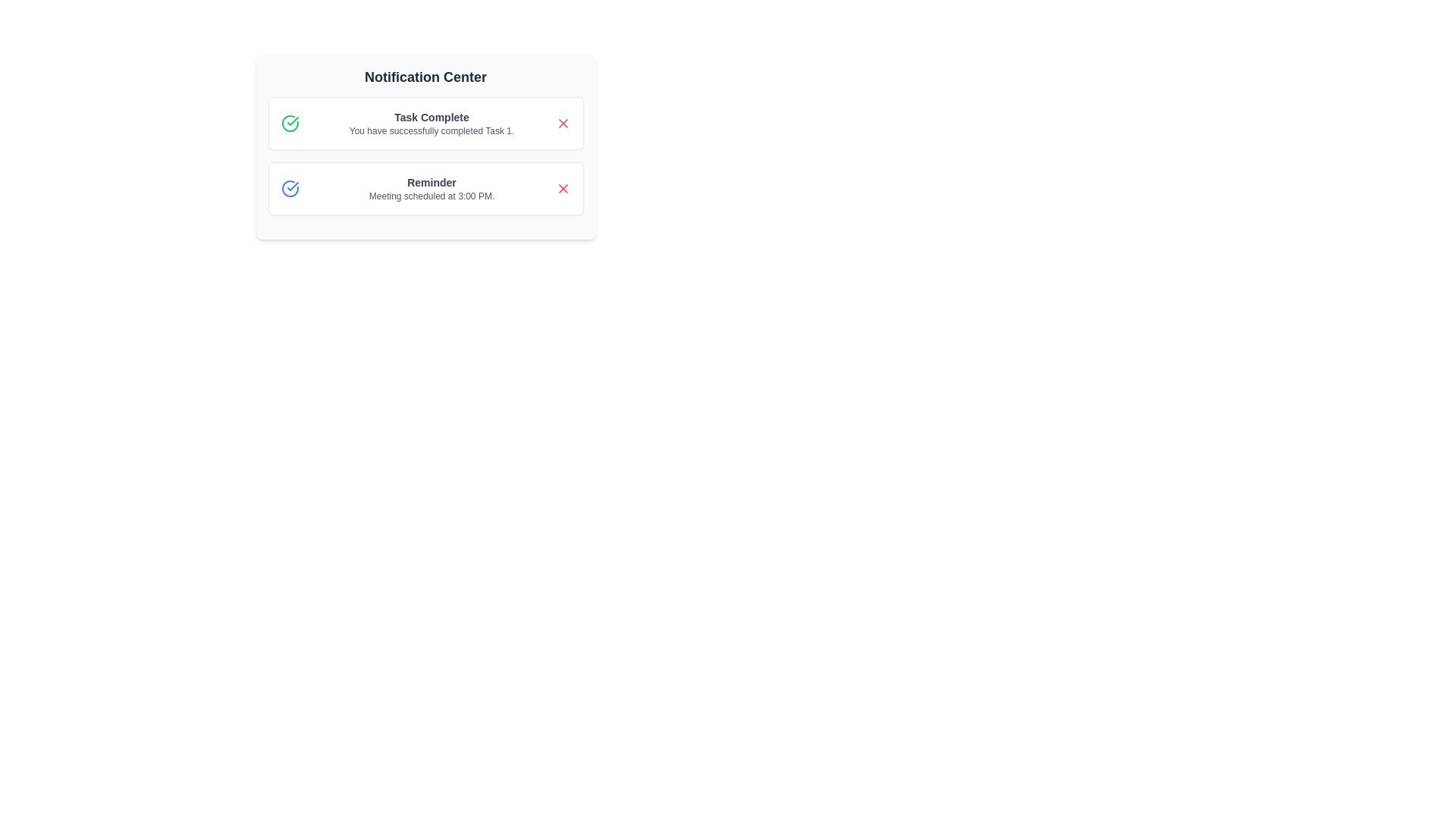  Describe the element at coordinates (290, 188) in the screenshot. I see `the circular blue icon with a check mark located to the left of the text 'Reminder'` at that location.